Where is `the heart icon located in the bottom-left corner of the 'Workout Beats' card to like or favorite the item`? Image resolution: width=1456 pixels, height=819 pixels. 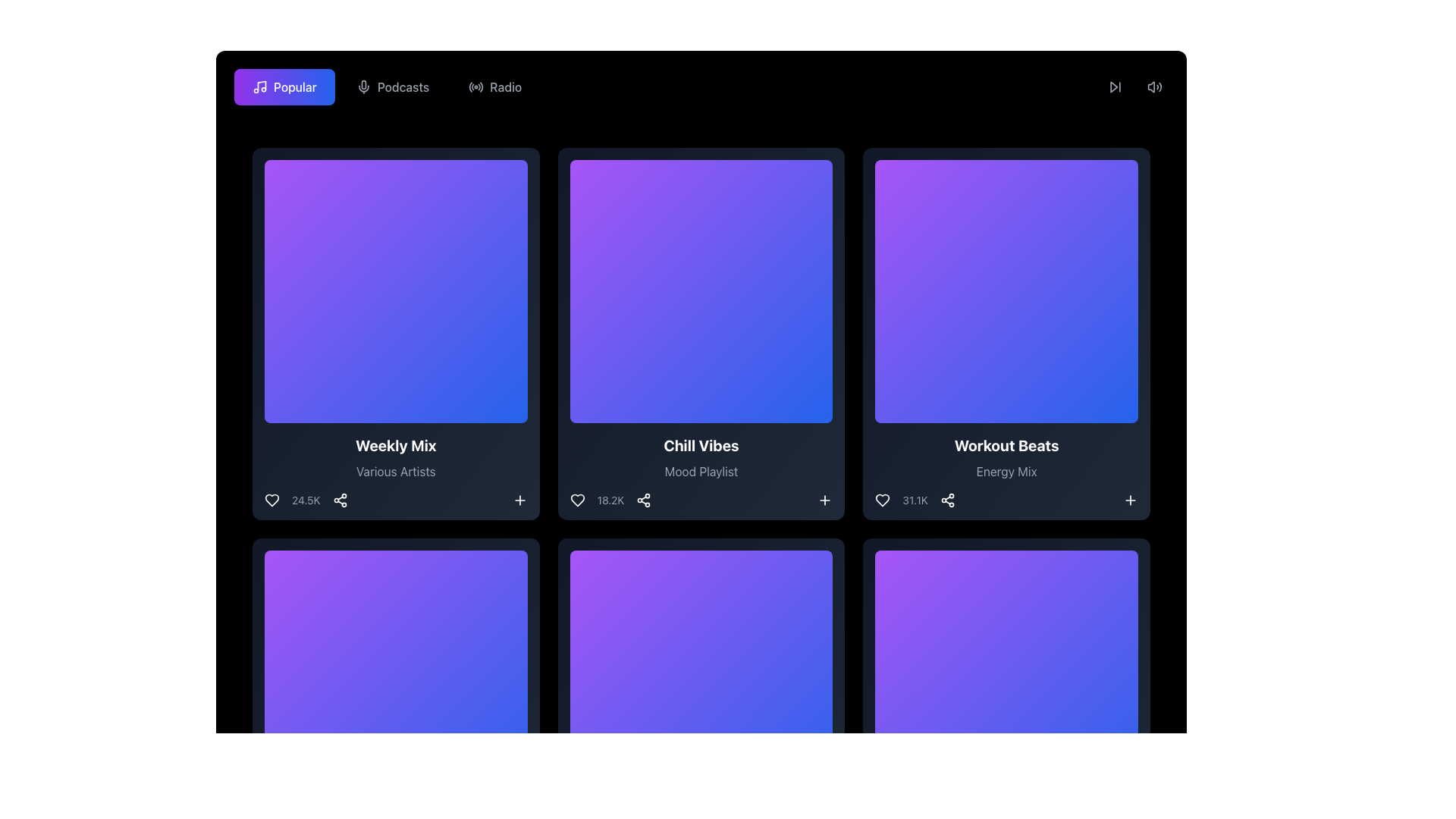 the heart icon located in the bottom-left corner of the 'Workout Beats' card to like or favorite the item is located at coordinates (883, 500).